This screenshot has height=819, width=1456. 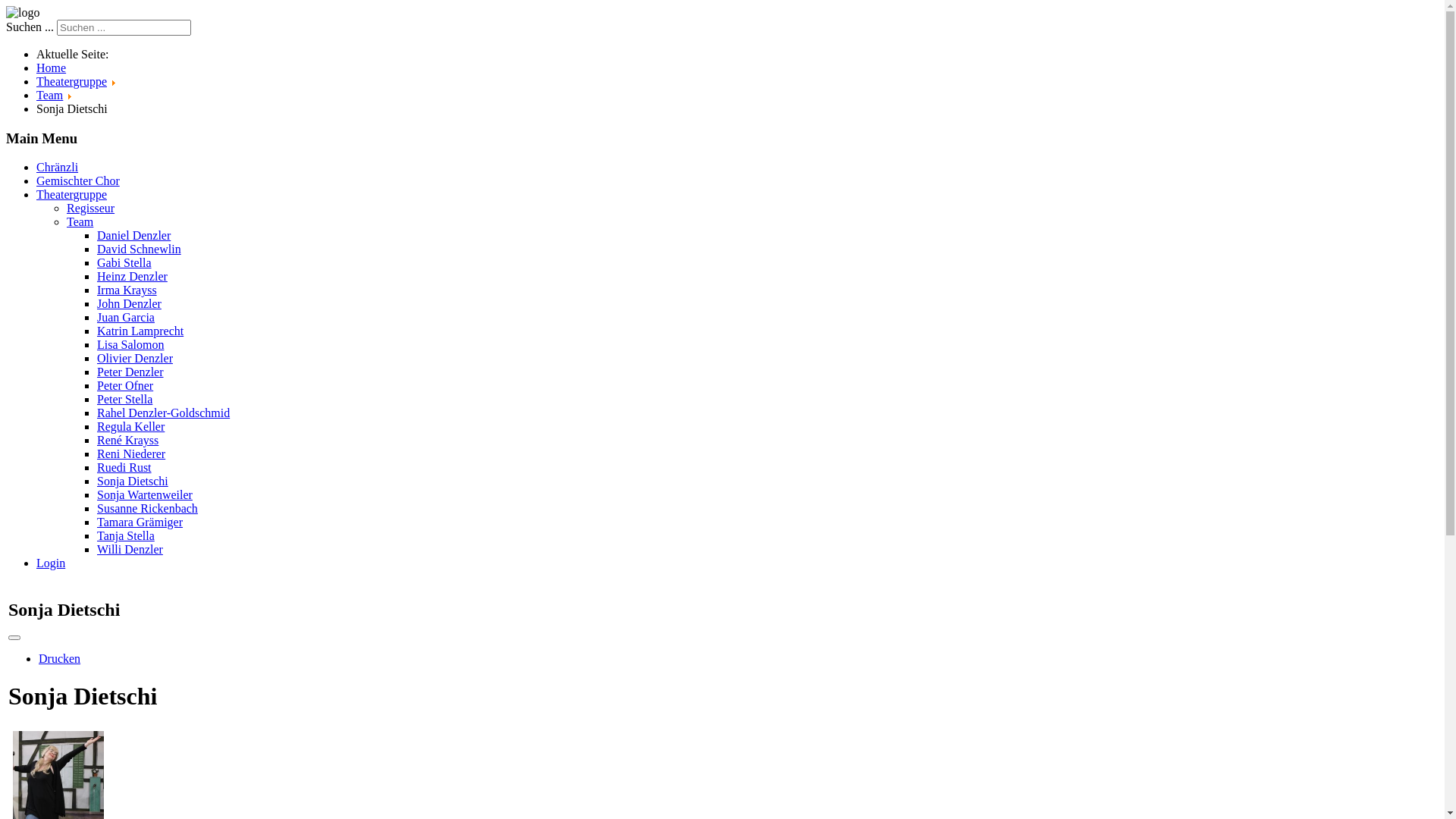 What do you see at coordinates (59, 657) in the screenshot?
I see `'Drucken'` at bounding box center [59, 657].